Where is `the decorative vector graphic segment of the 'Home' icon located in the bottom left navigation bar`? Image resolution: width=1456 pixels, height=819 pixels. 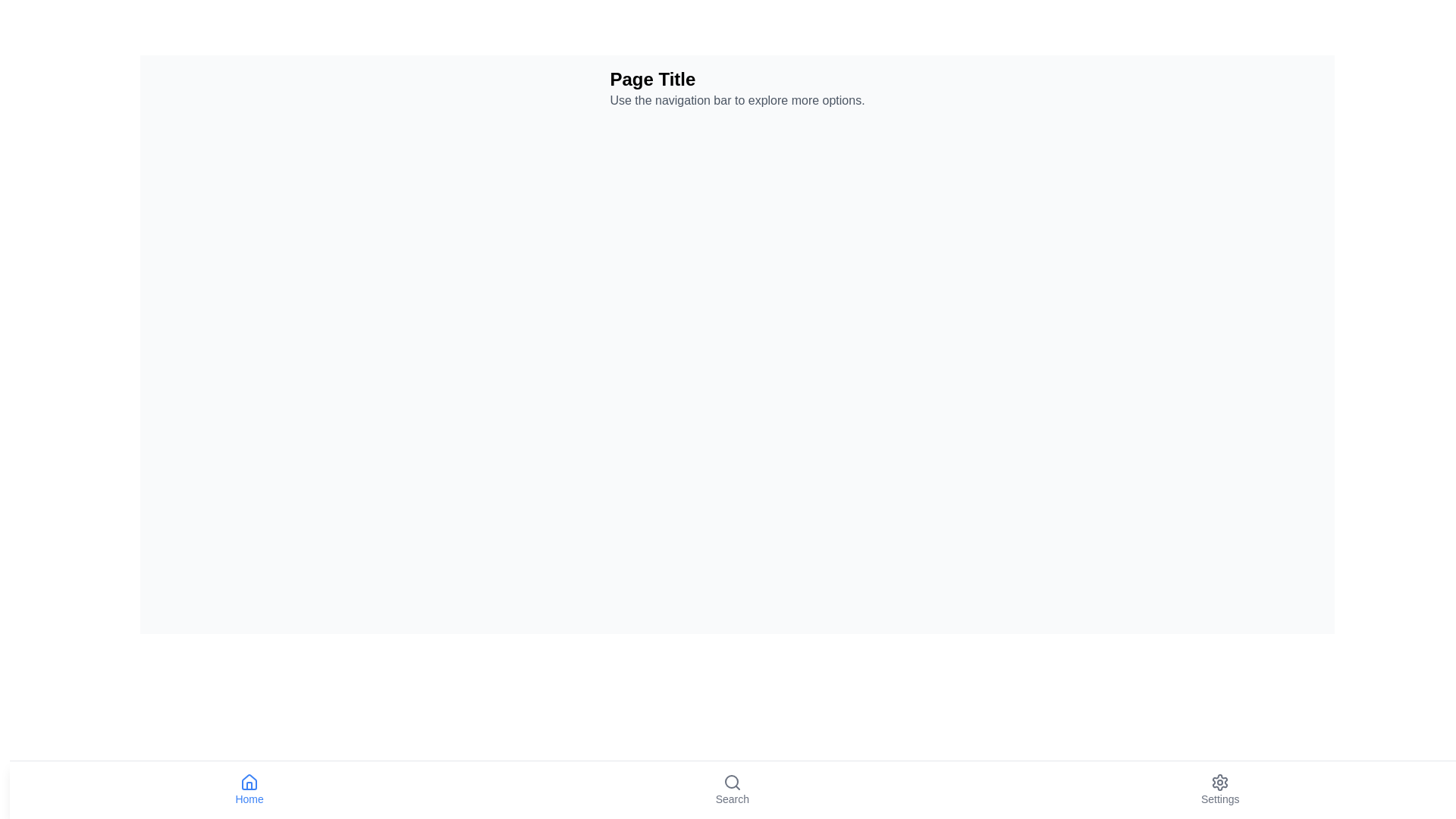 the decorative vector graphic segment of the 'Home' icon located in the bottom left navigation bar is located at coordinates (249, 785).